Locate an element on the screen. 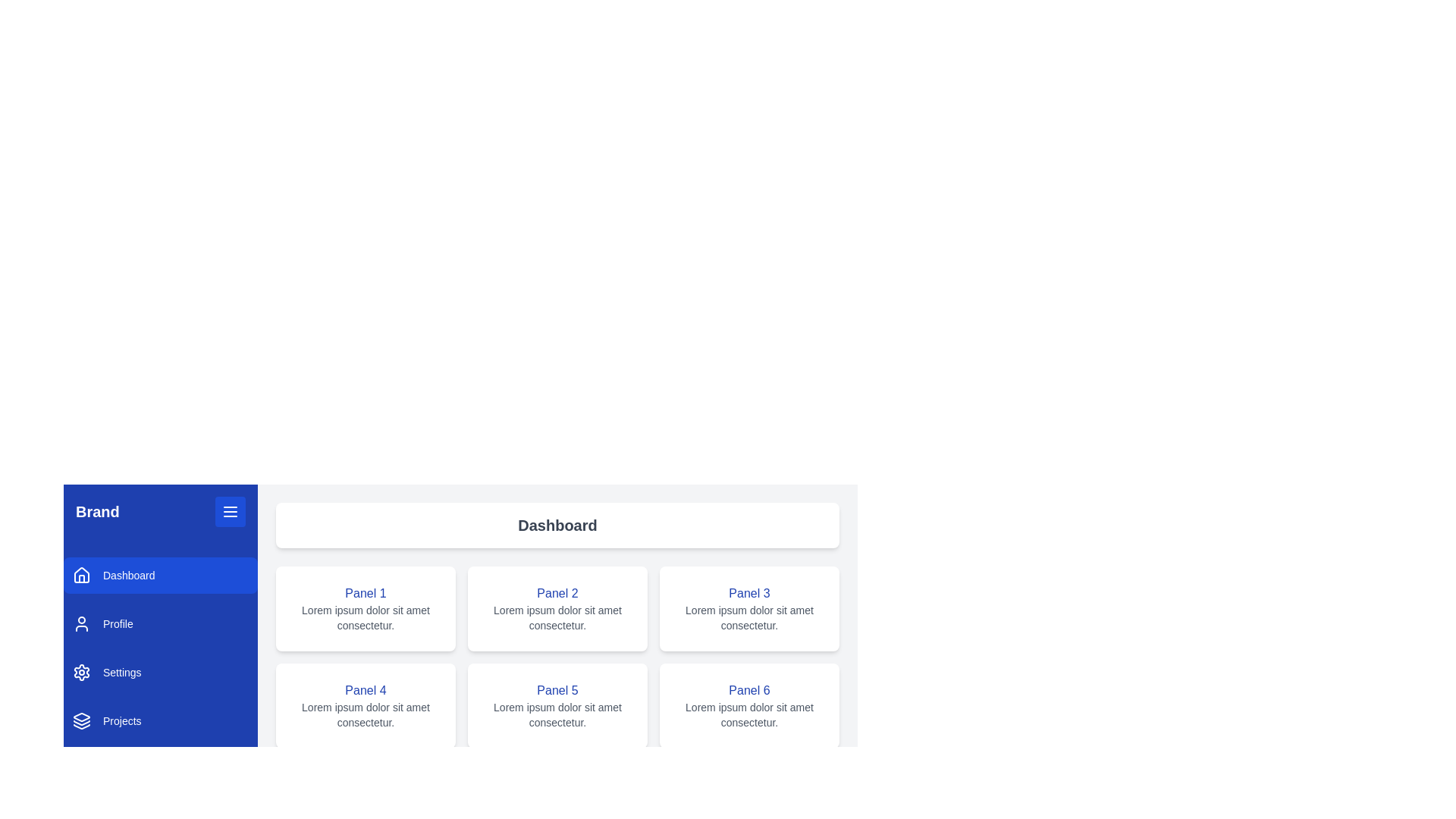  the profile icon located in the left navigation bar, which is positioned immediately to the left of the text 'Profile' is located at coordinates (81, 623).